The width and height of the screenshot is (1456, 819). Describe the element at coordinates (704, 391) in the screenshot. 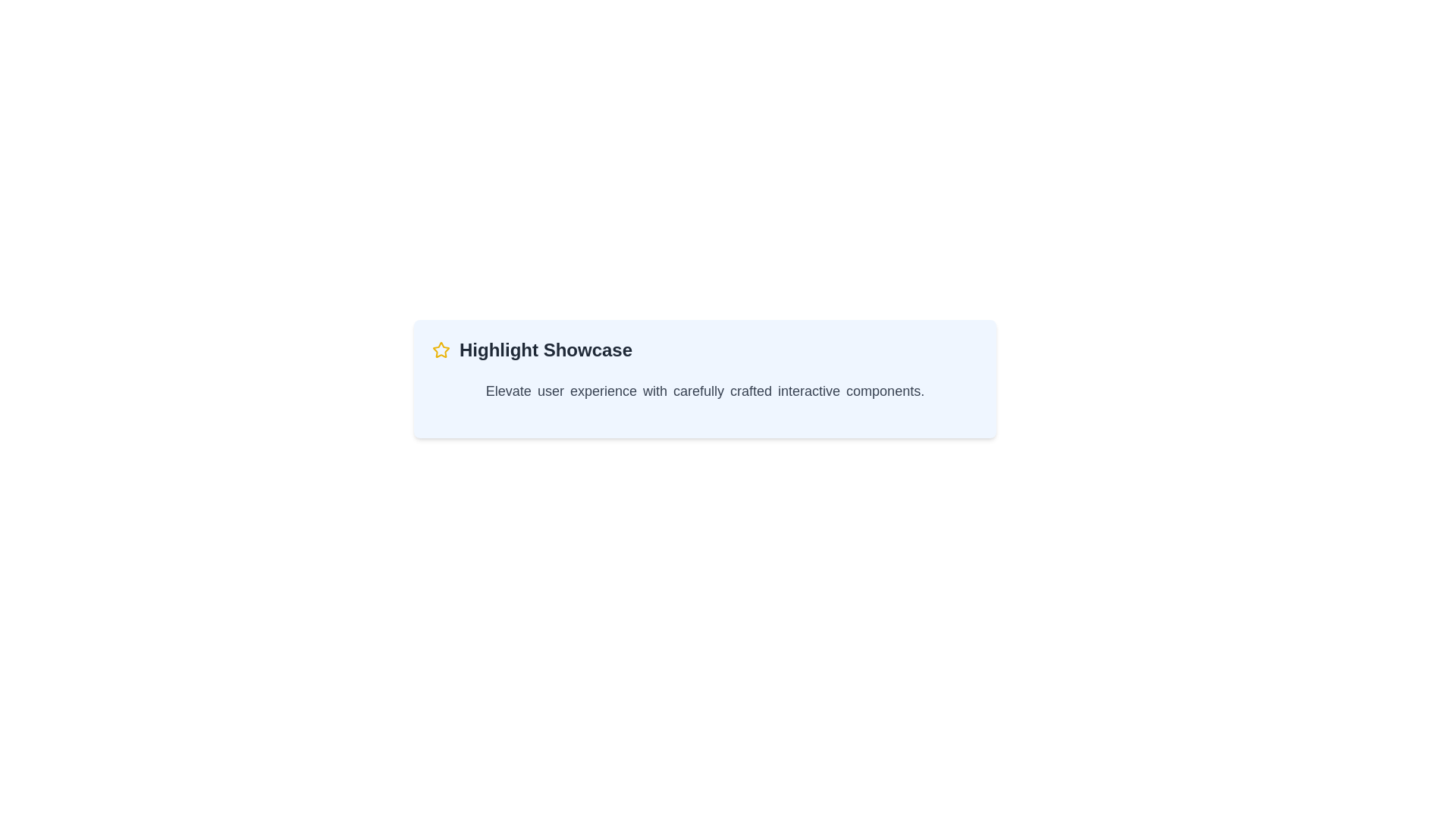

I see `the text section that reads 'Elevate user experience with carefully crafted interactive components.' which is styled with a light-blue background and is located directly underneath the heading 'Highlight Showcase'` at that location.